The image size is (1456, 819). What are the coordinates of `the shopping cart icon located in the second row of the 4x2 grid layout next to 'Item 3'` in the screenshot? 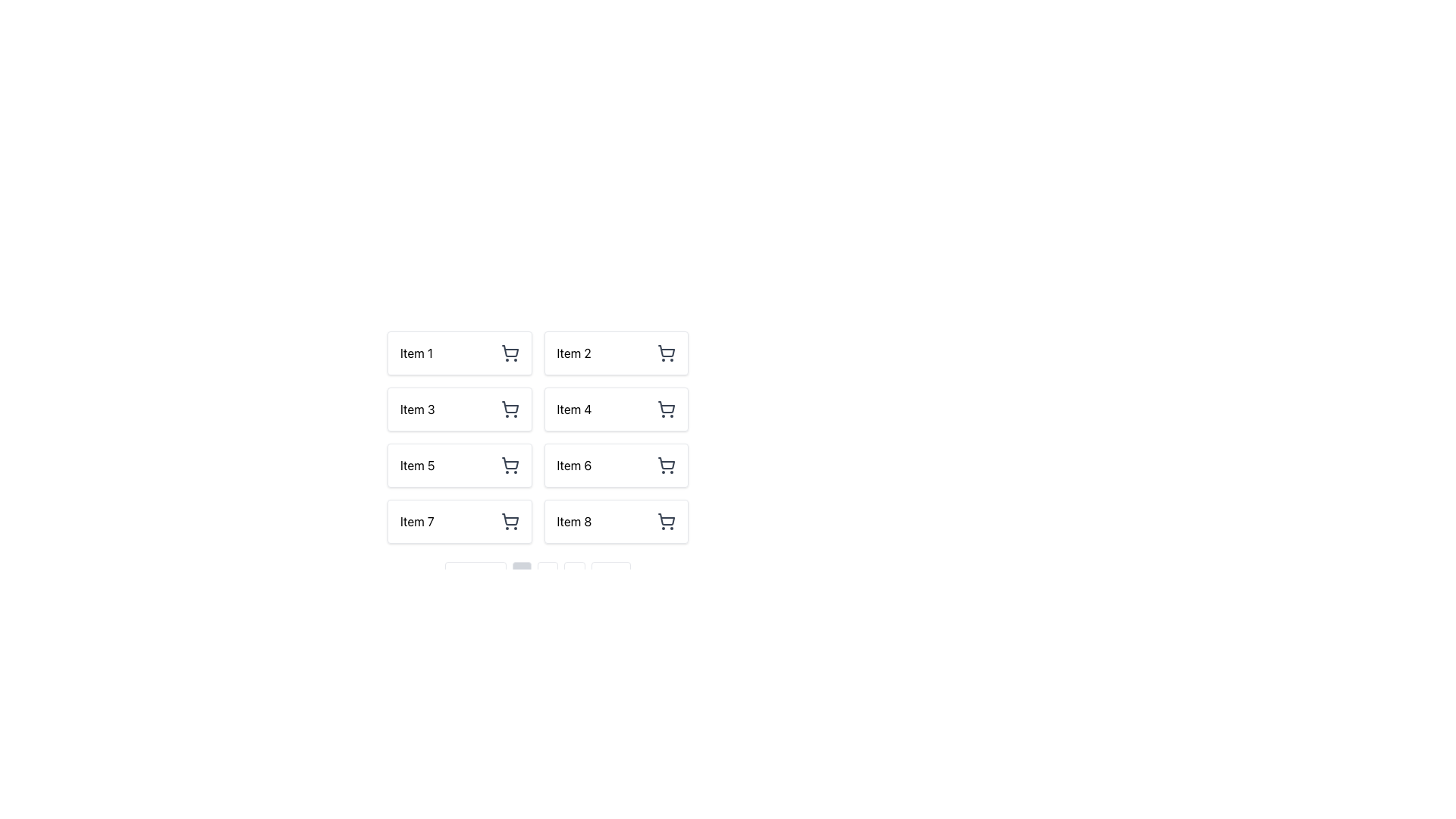 It's located at (510, 409).